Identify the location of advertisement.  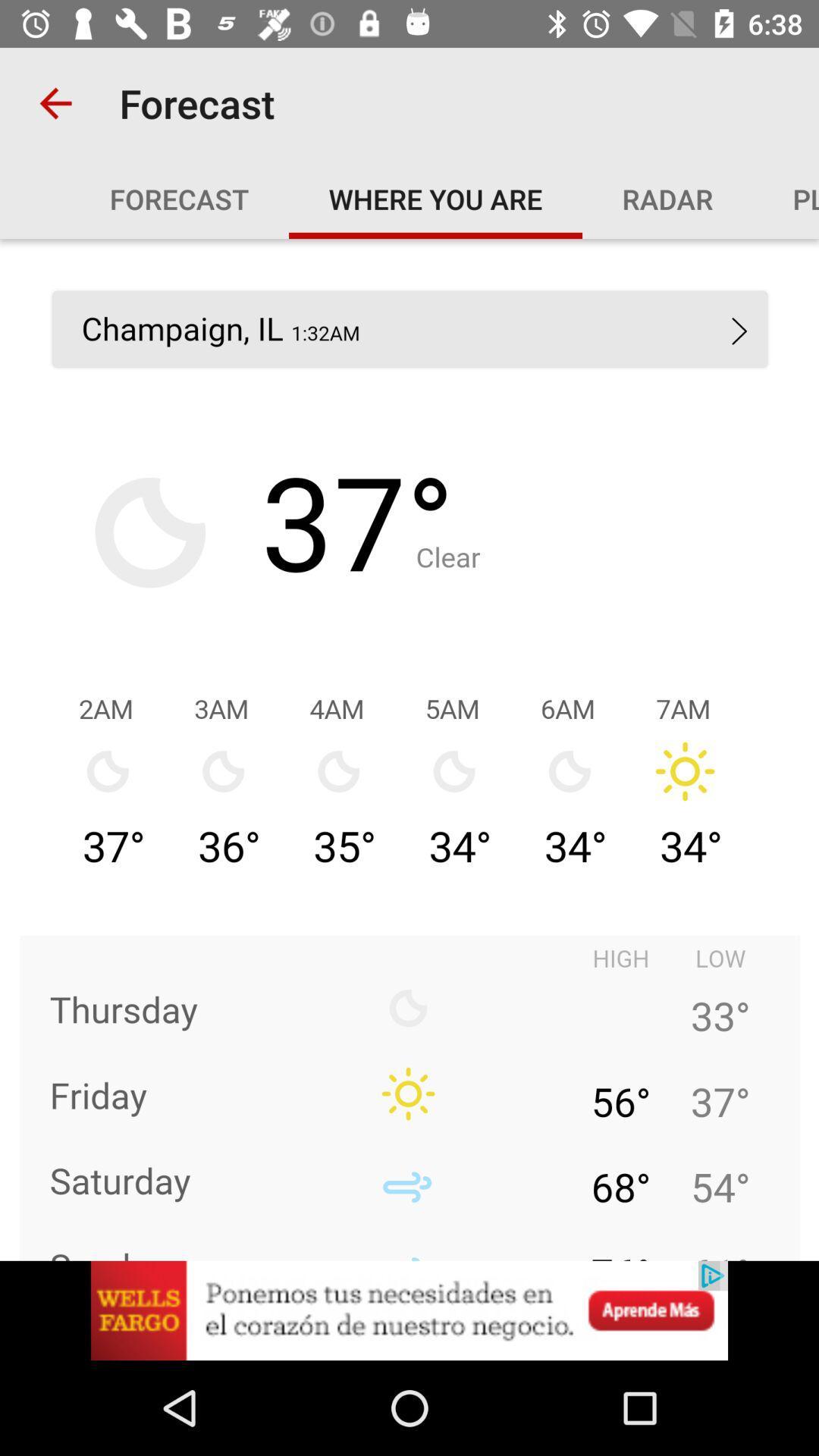
(409, 1310).